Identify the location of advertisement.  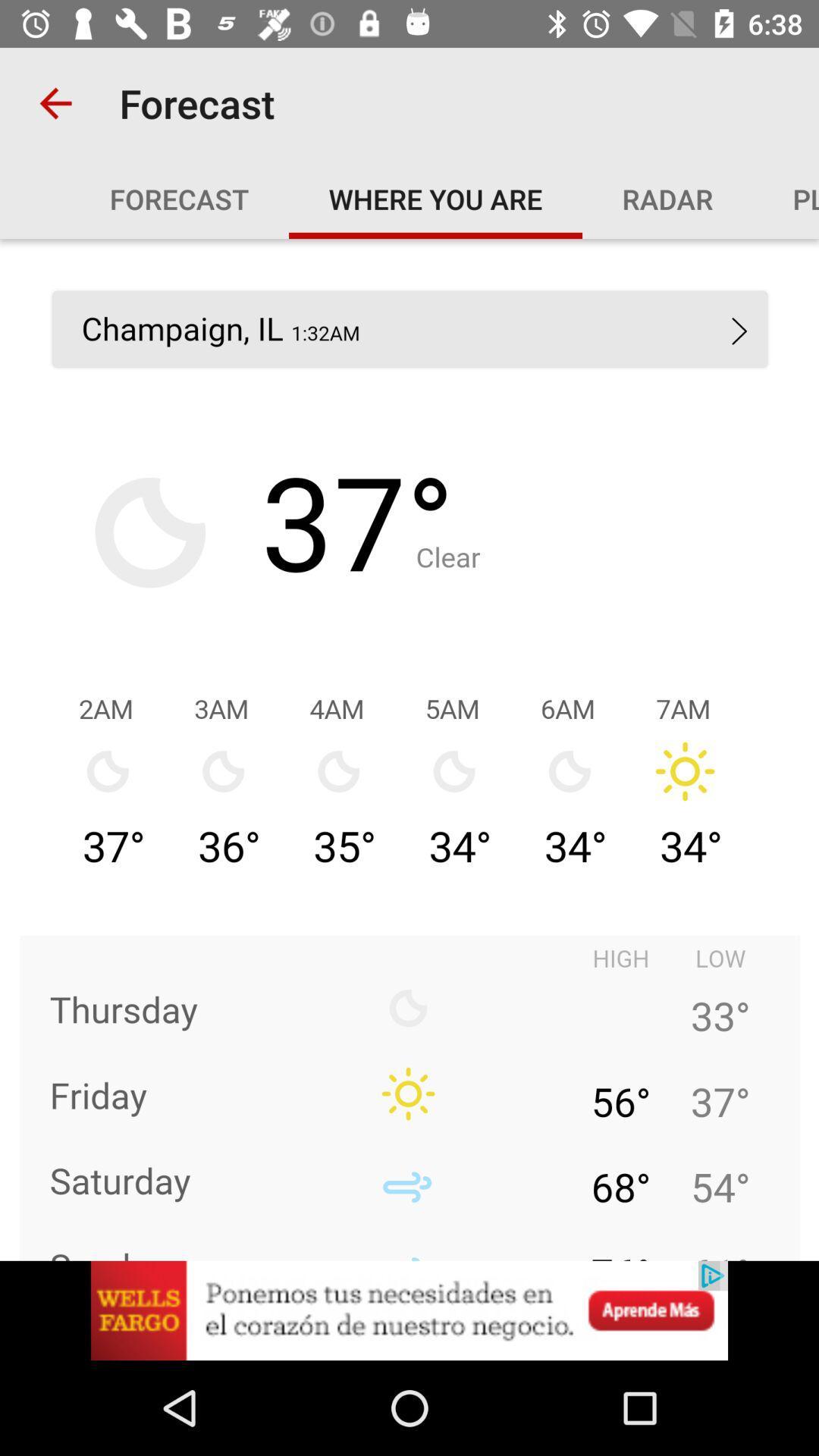
(409, 1310).